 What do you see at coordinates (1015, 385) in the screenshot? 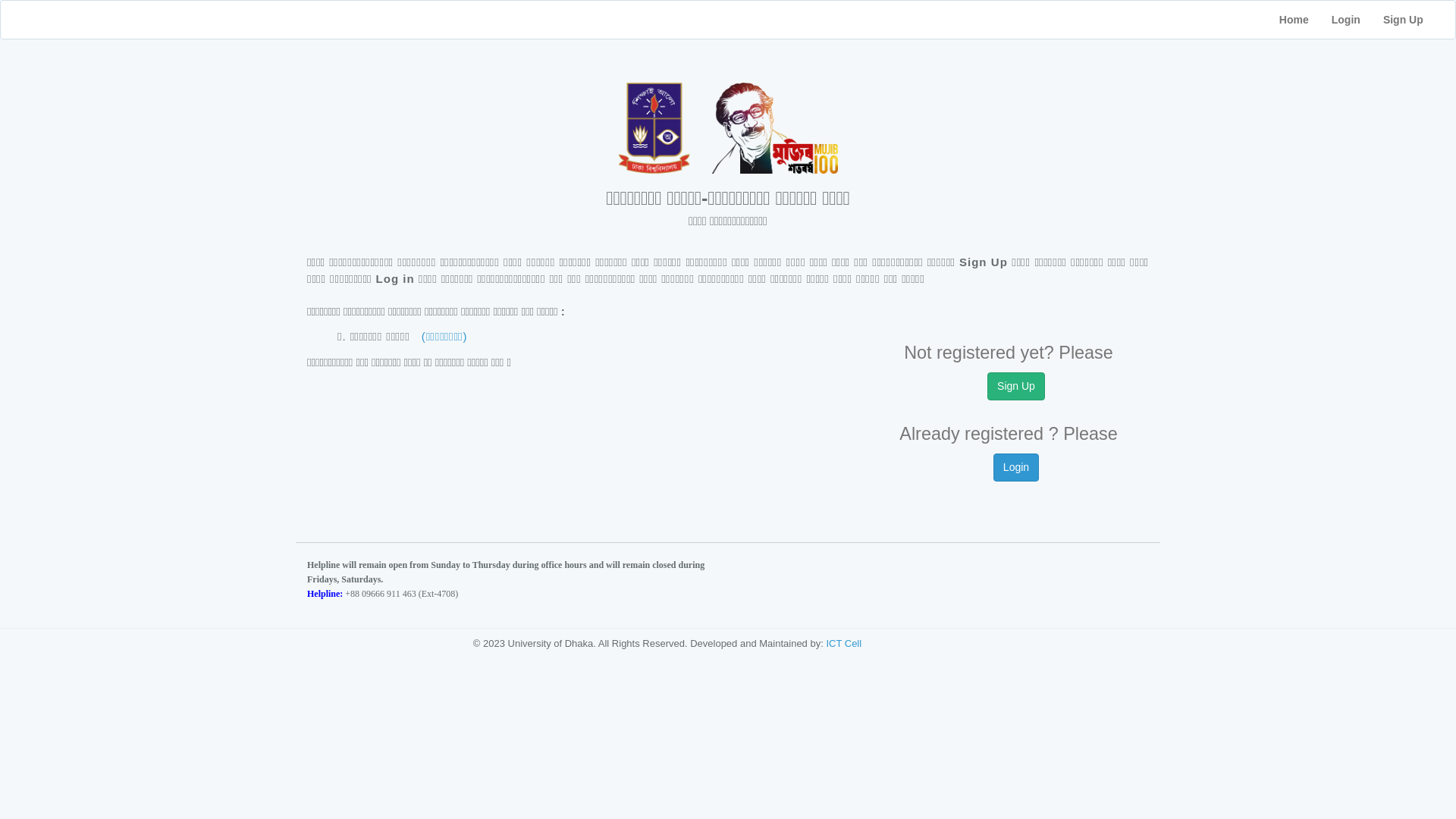
I see `'Sign Up'` at bounding box center [1015, 385].